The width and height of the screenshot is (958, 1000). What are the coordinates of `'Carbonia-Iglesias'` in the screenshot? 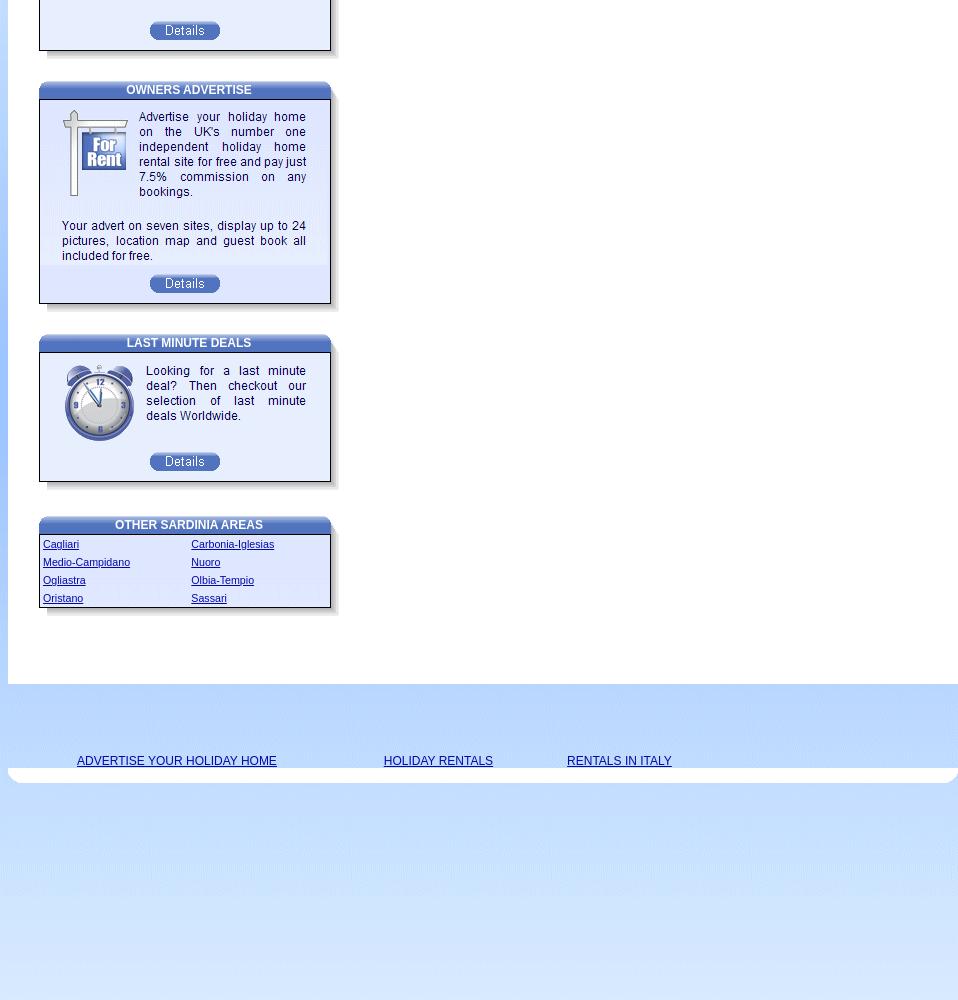 It's located at (231, 544).